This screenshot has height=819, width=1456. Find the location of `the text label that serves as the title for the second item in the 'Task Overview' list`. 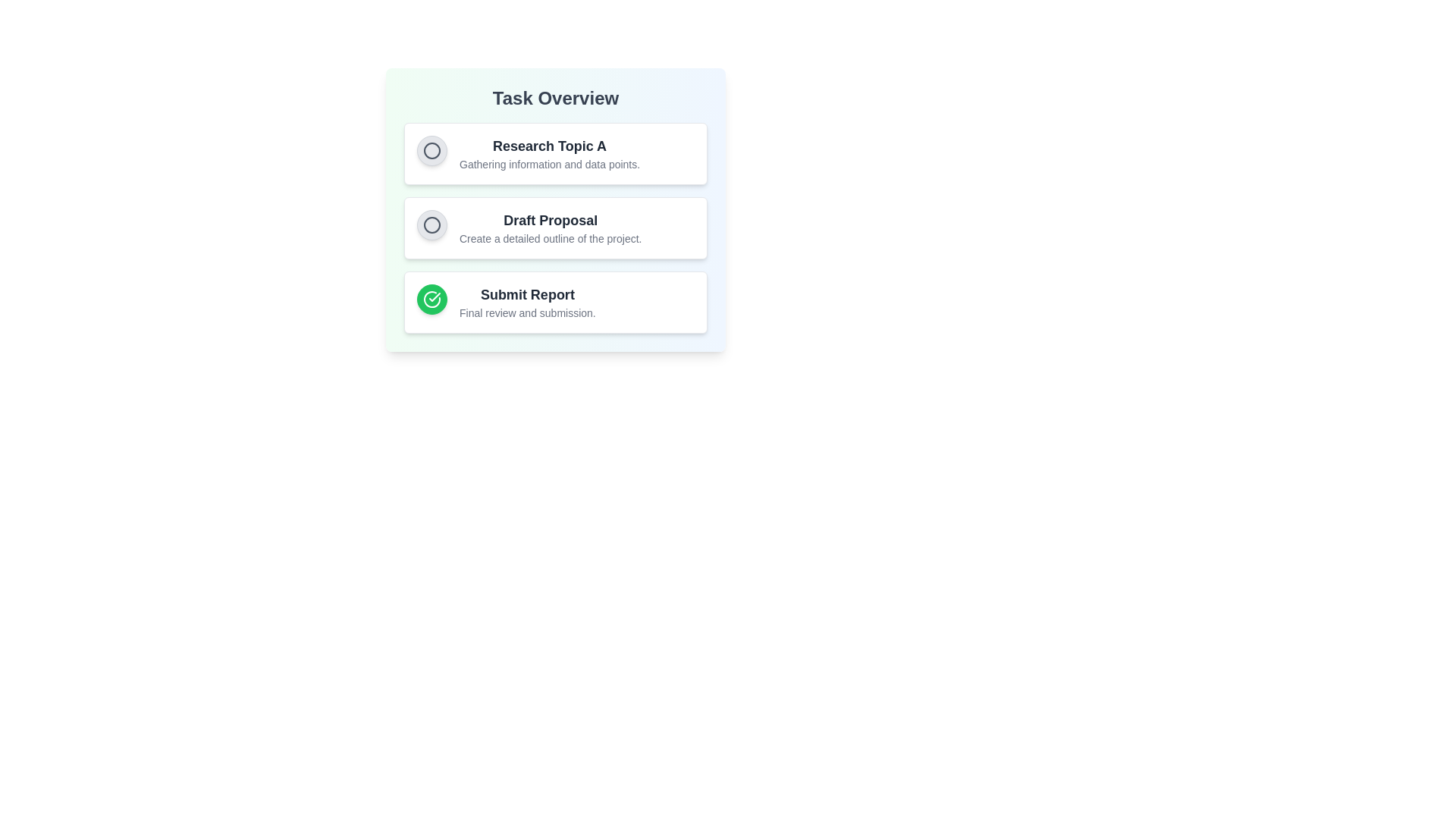

the text label that serves as the title for the second item in the 'Task Overview' list is located at coordinates (550, 220).